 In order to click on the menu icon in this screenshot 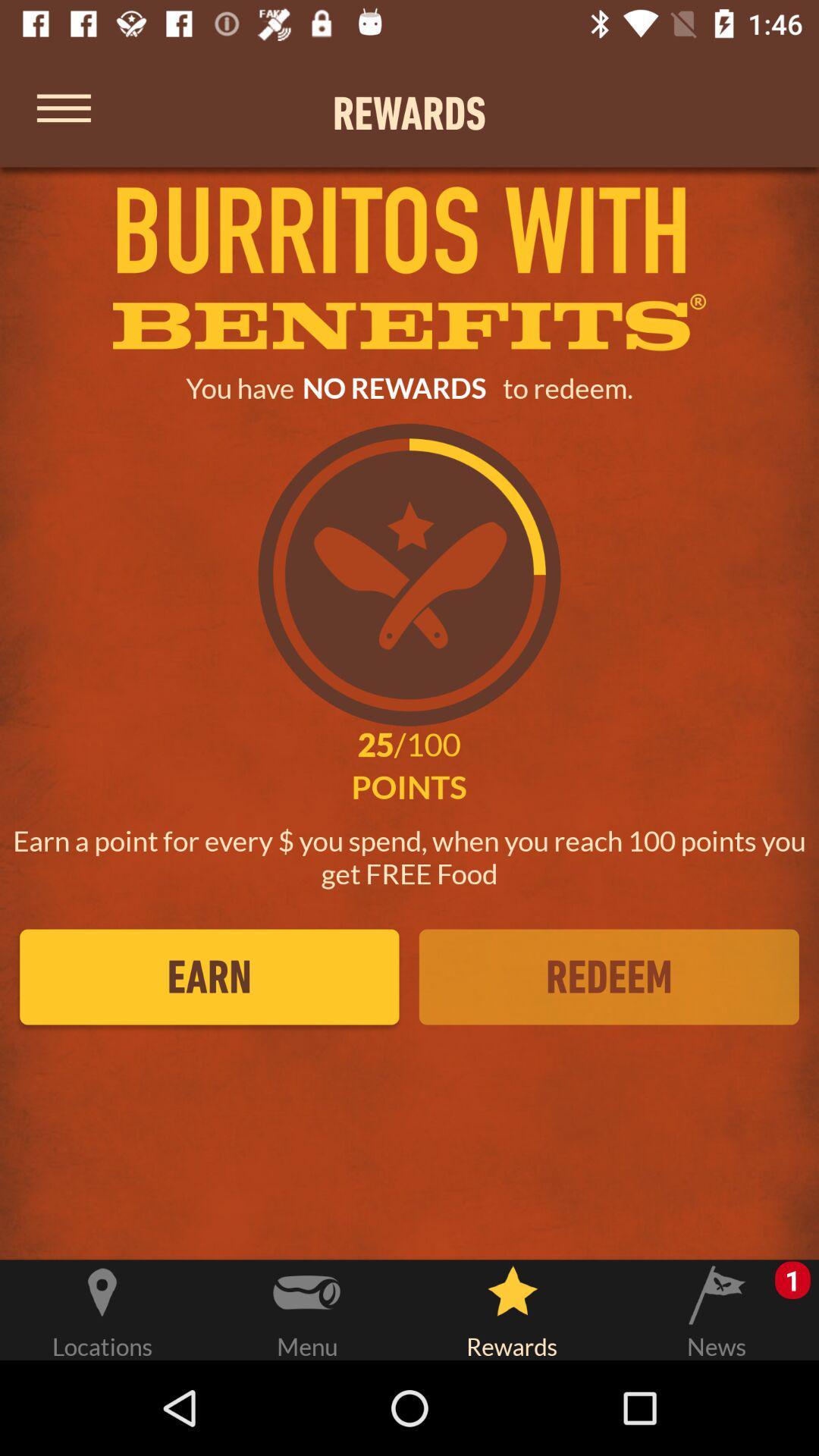, I will do `click(63, 112)`.